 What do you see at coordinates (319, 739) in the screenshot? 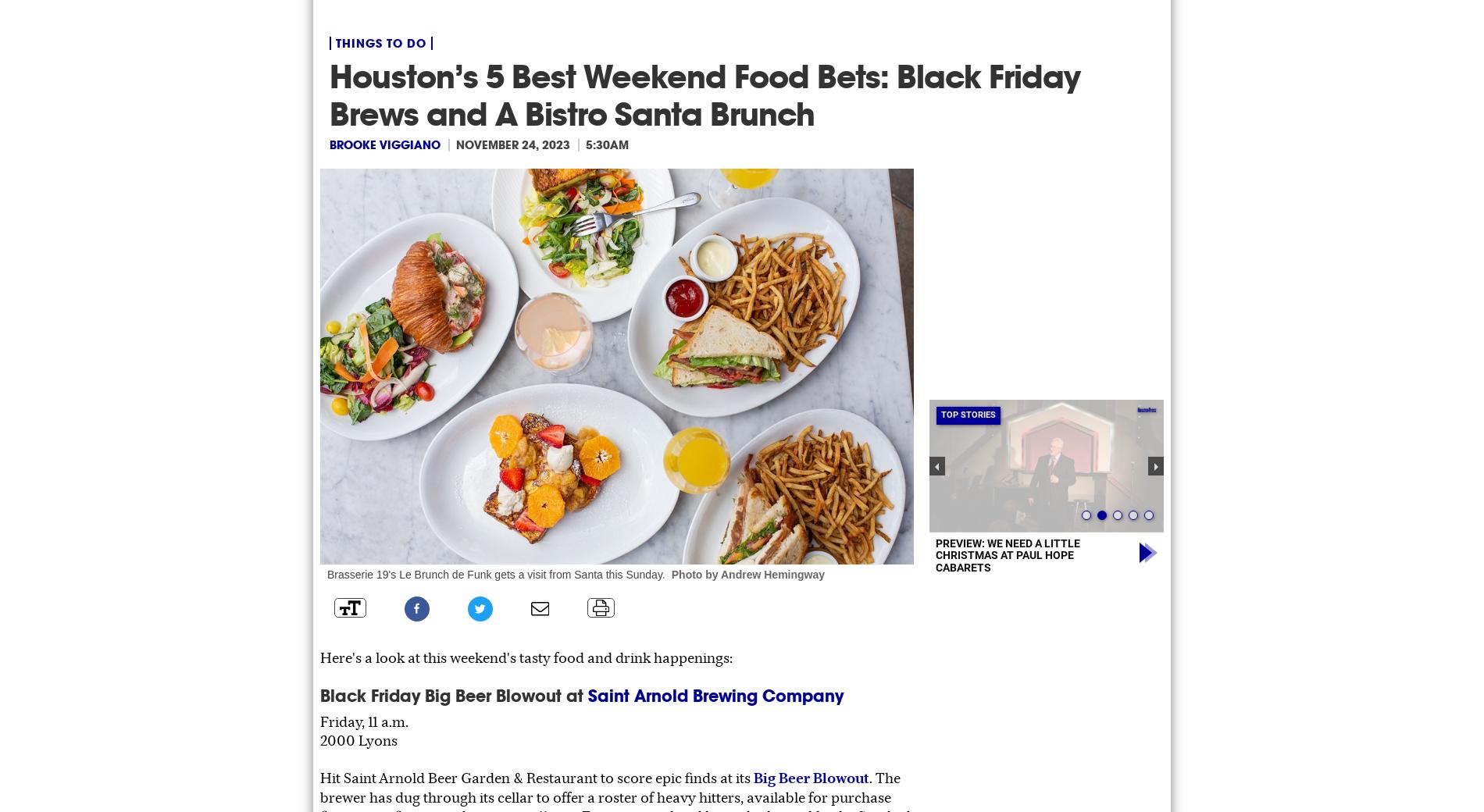
I see `'2000 Lyons'` at bounding box center [319, 739].